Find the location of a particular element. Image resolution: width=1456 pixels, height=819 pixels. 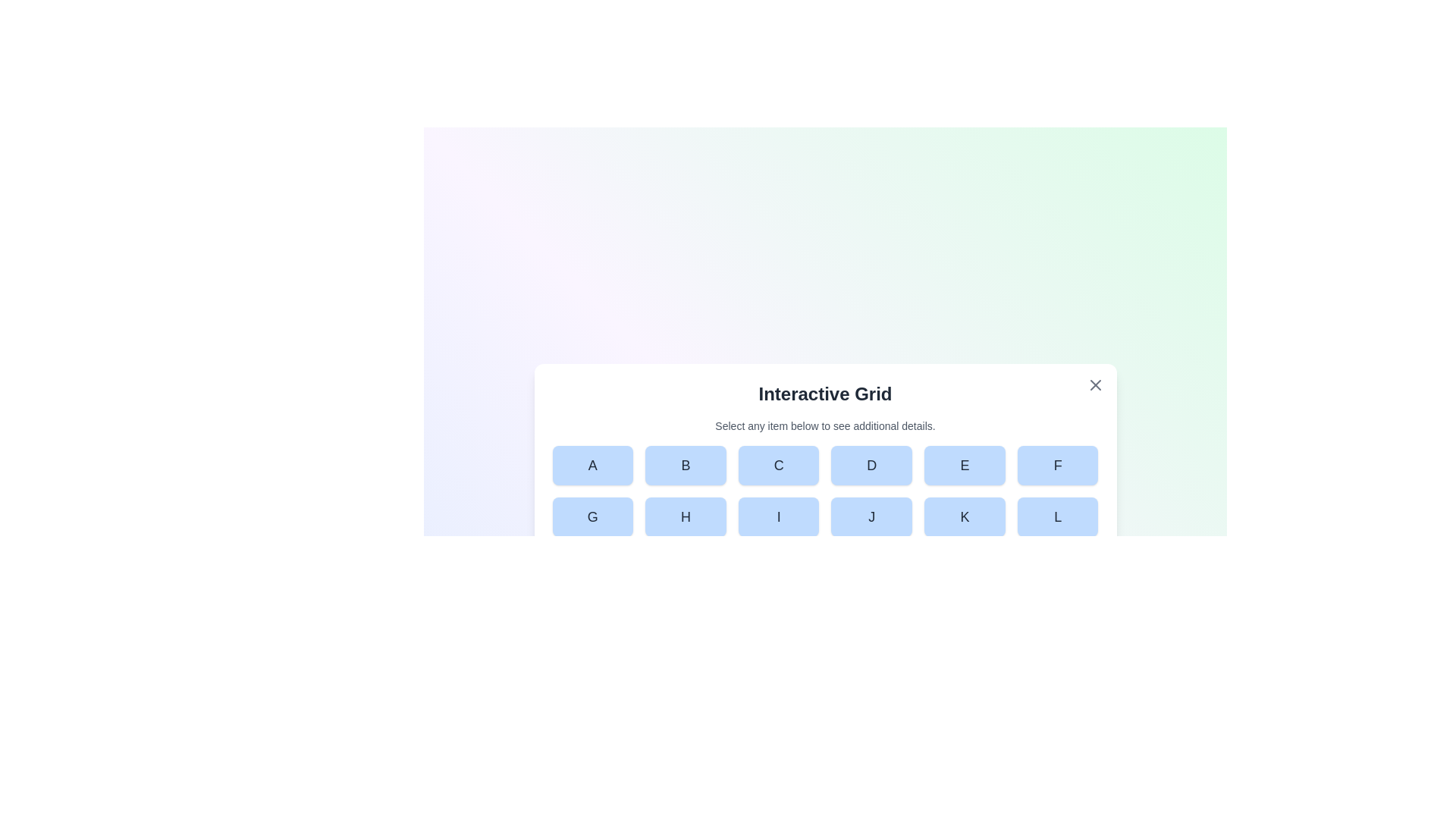

the button labeled J in the grid is located at coordinates (871, 516).